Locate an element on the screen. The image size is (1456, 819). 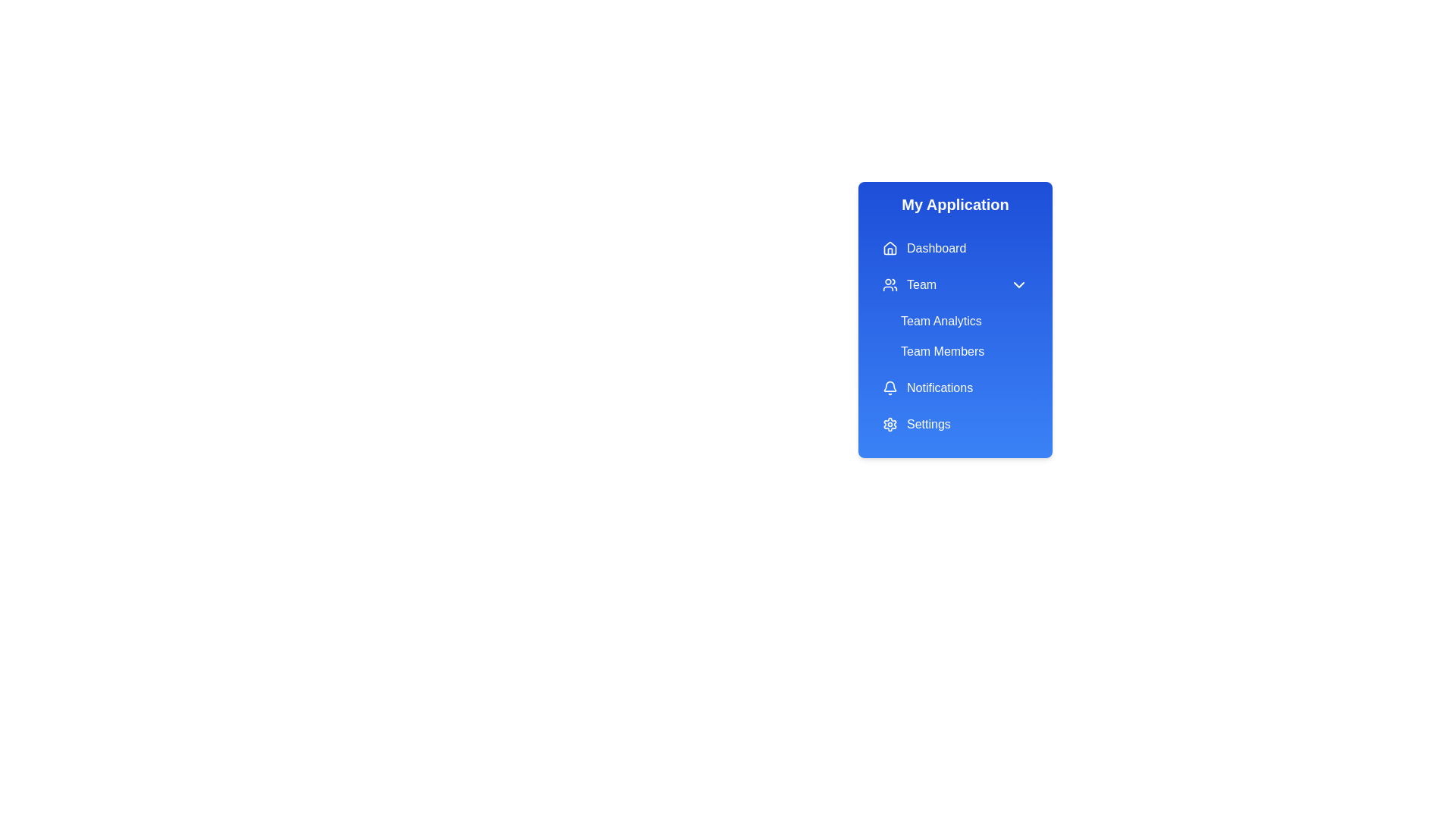
the chevron icon next to the 'Team' label in the vertically stacked navigation menu is located at coordinates (1019, 284).